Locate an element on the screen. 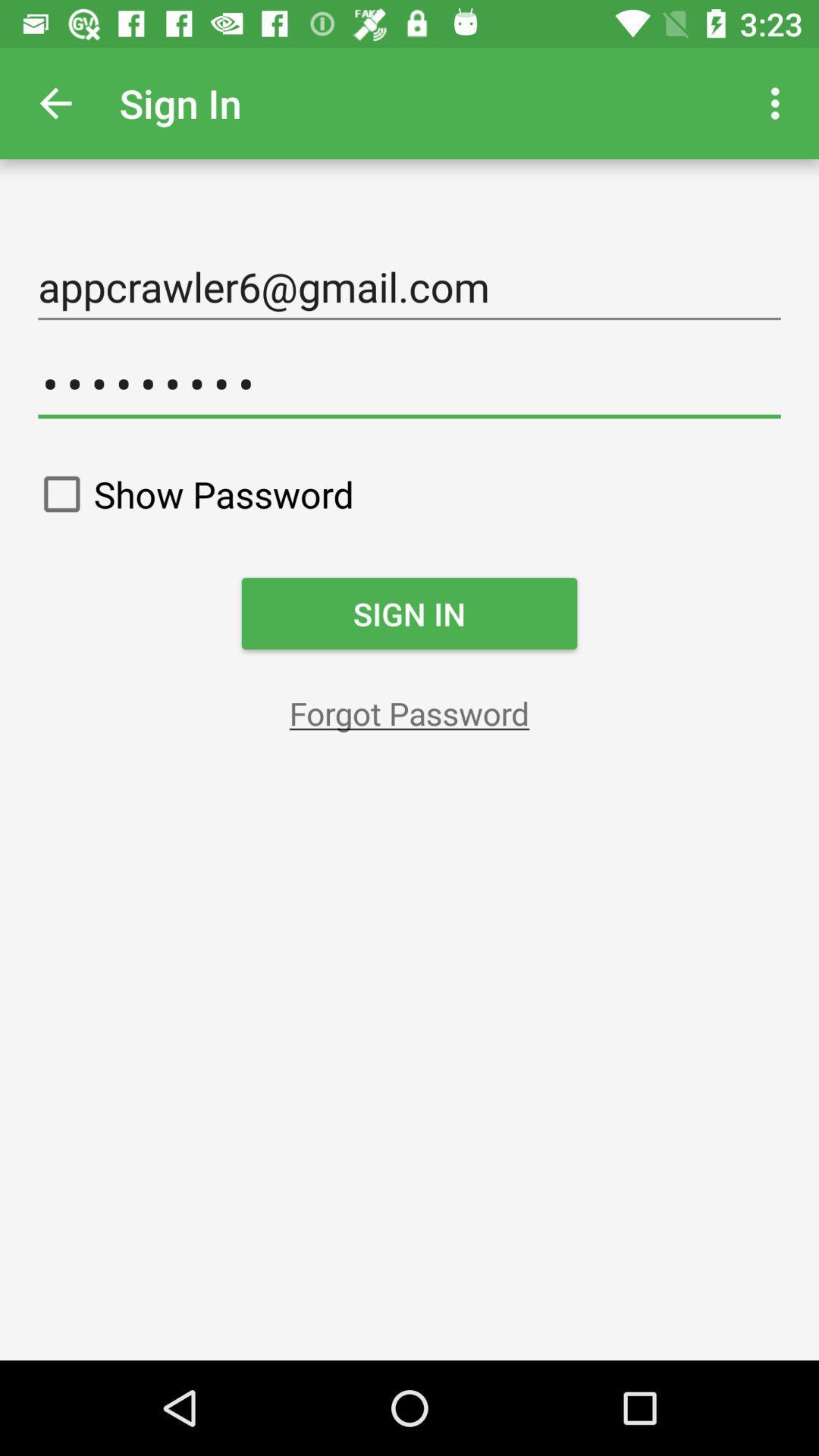 This screenshot has width=819, height=1456. crowd3116 is located at coordinates (409, 384).